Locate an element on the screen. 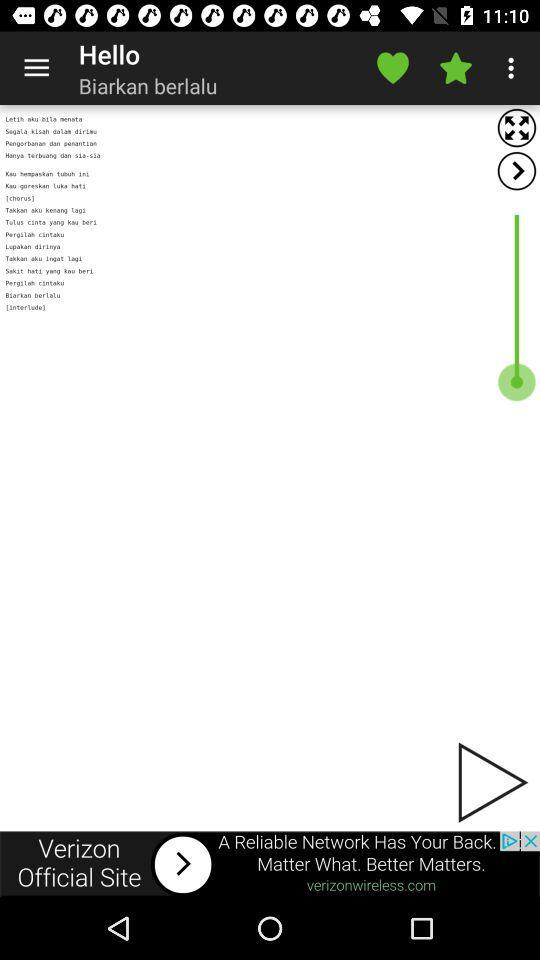 Image resolution: width=540 pixels, height=960 pixels. zoom out is located at coordinates (516, 127).